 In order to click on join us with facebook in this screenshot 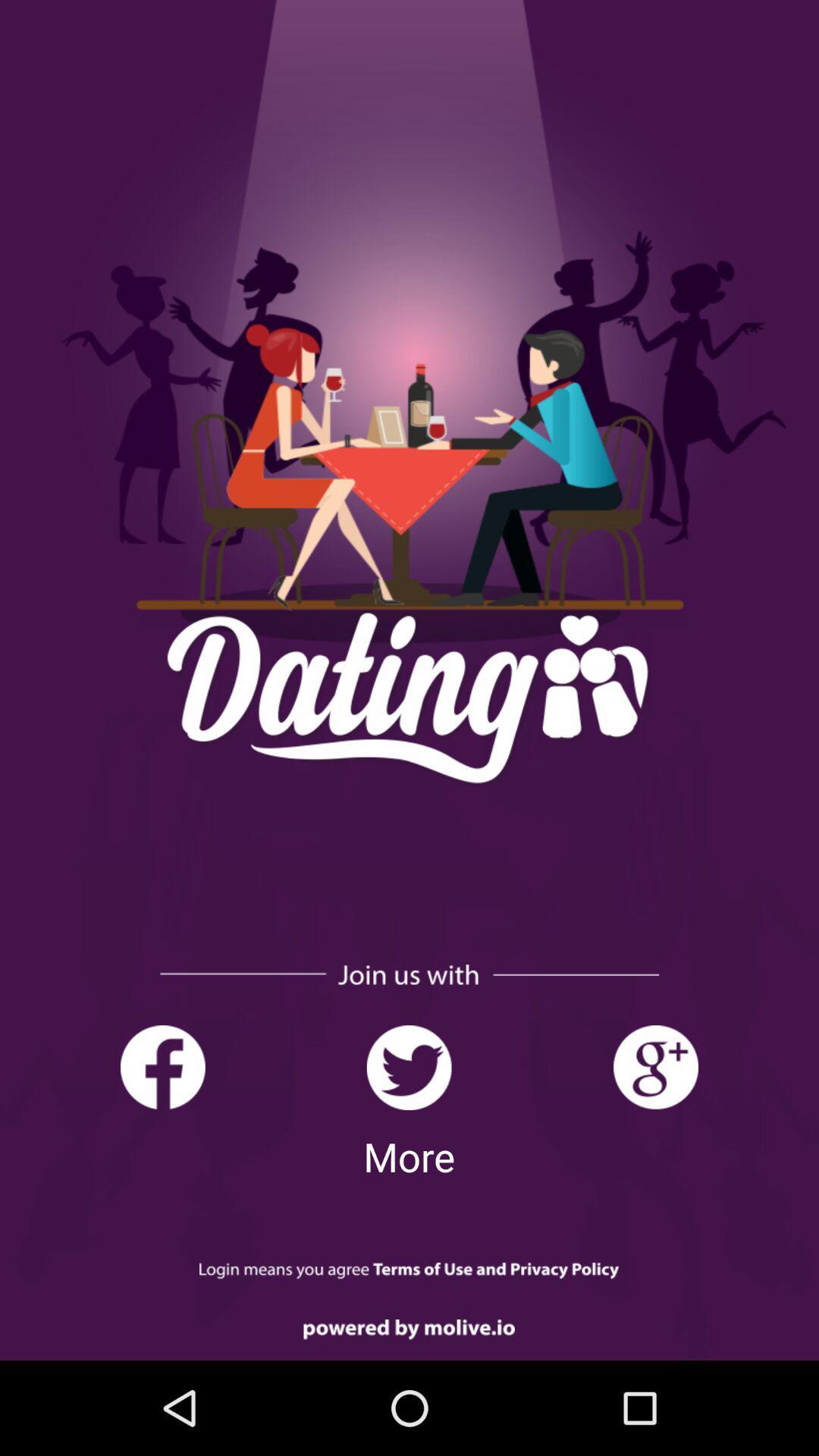, I will do `click(162, 1067)`.